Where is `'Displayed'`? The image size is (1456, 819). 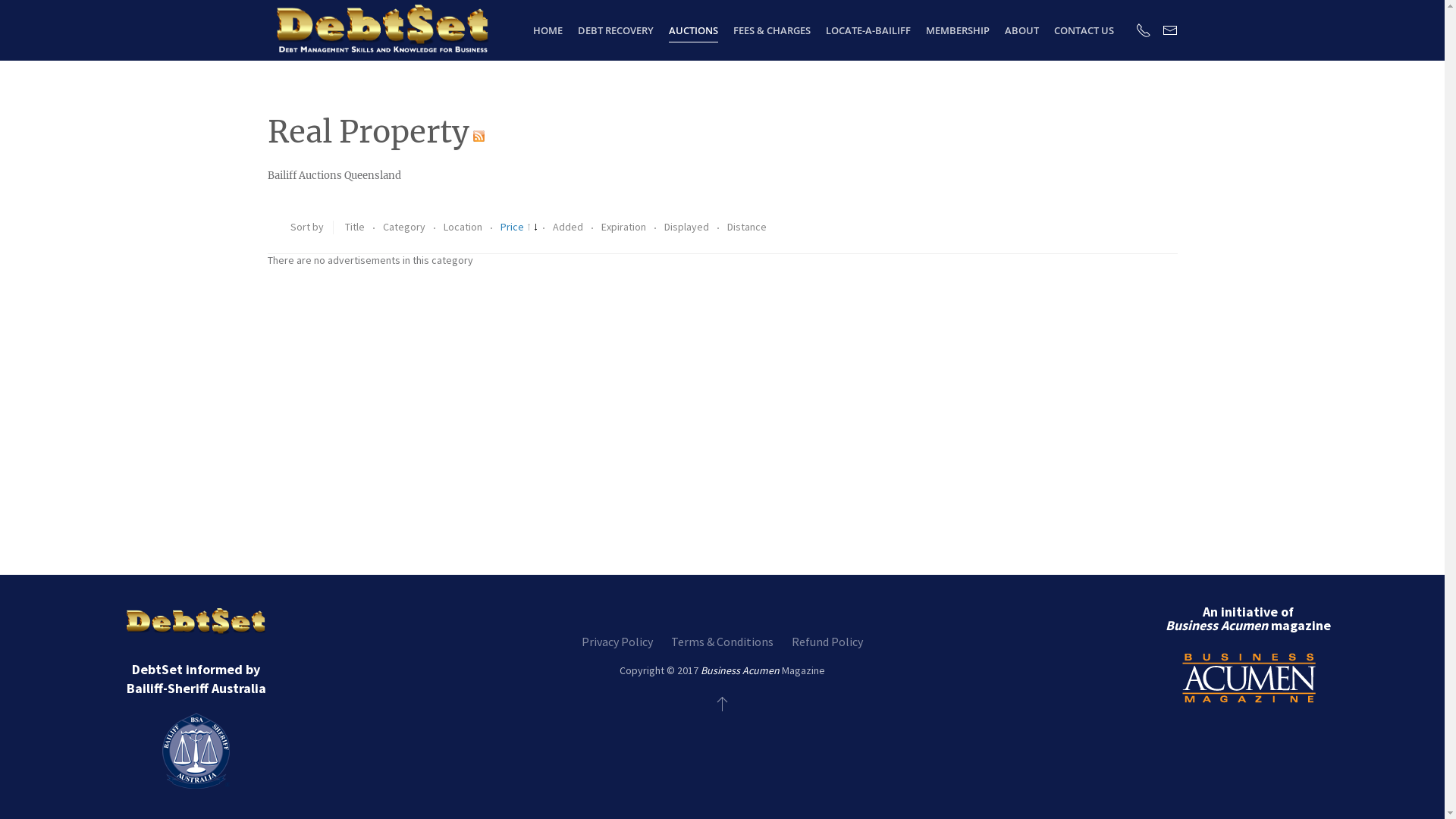 'Displayed' is located at coordinates (687, 227).